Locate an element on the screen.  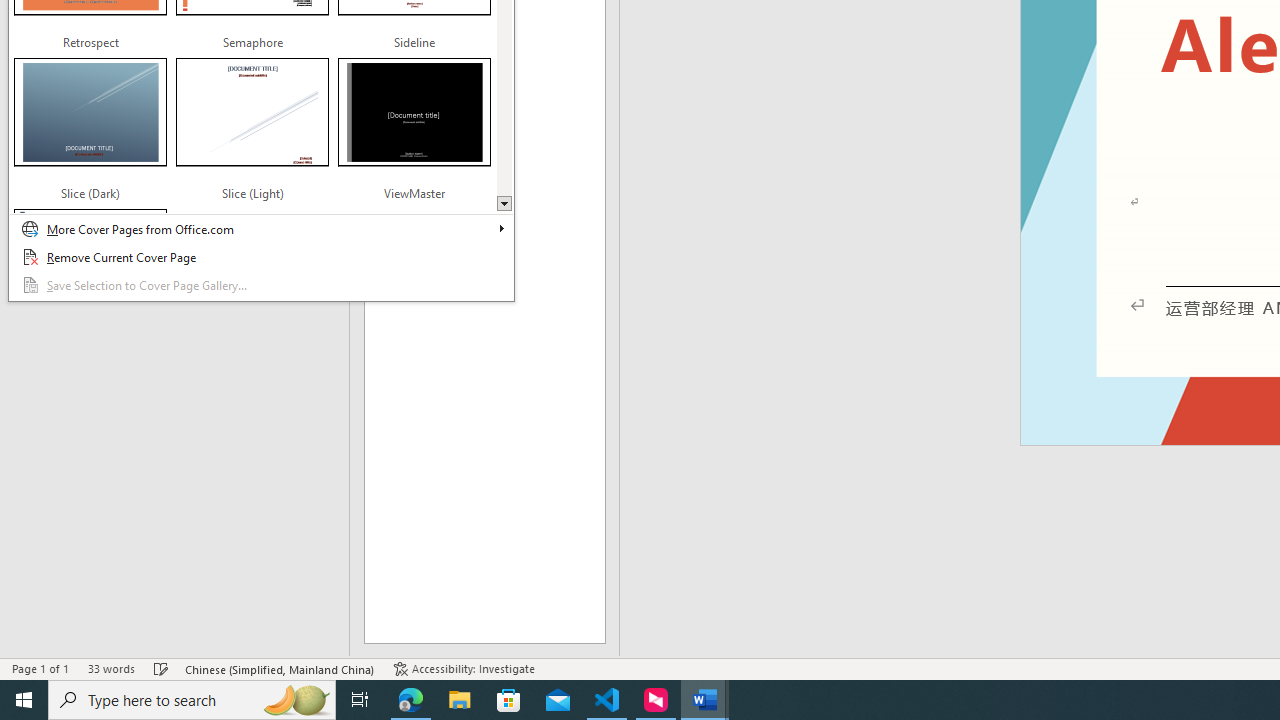
'Search highlights icon opens search home window' is located at coordinates (294, 698).